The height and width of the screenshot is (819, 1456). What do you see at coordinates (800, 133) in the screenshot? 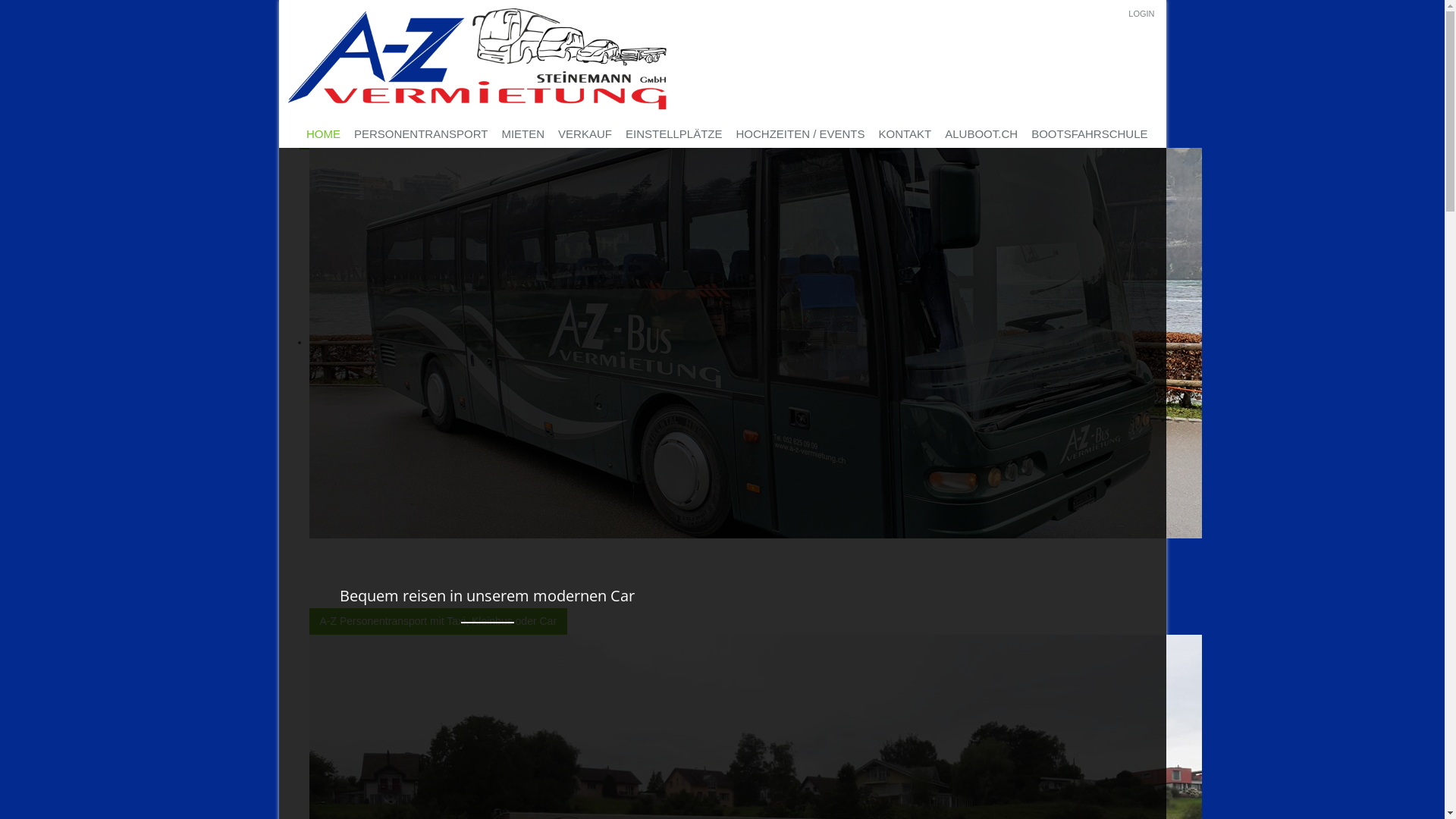
I see `'HOCHZEITEN / EVENTS'` at bounding box center [800, 133].